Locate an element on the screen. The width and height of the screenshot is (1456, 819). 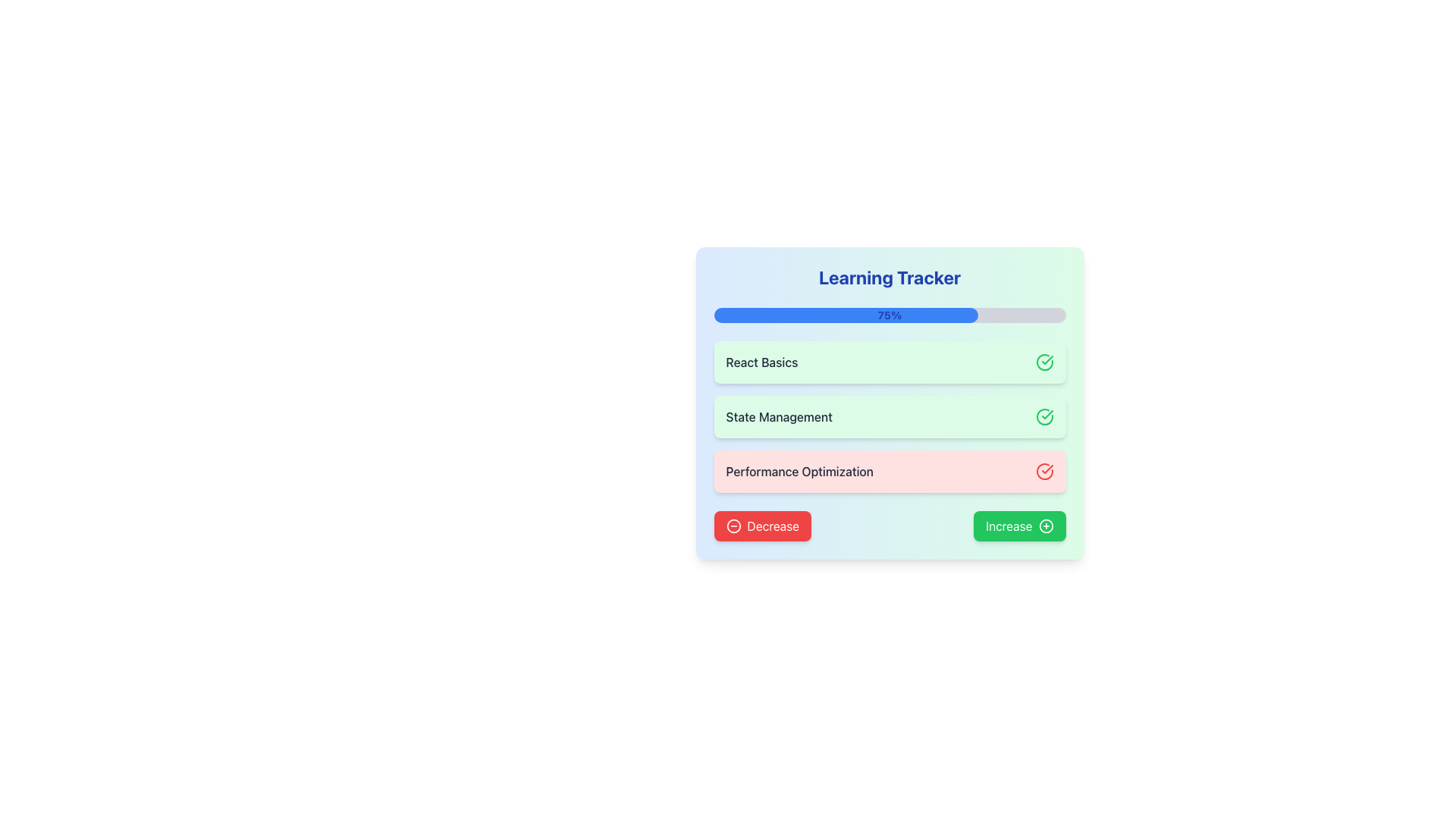
the second entry in the 'Learning Tracker' list, which indicates a completed or active topic is located at coordinates (890, 417).